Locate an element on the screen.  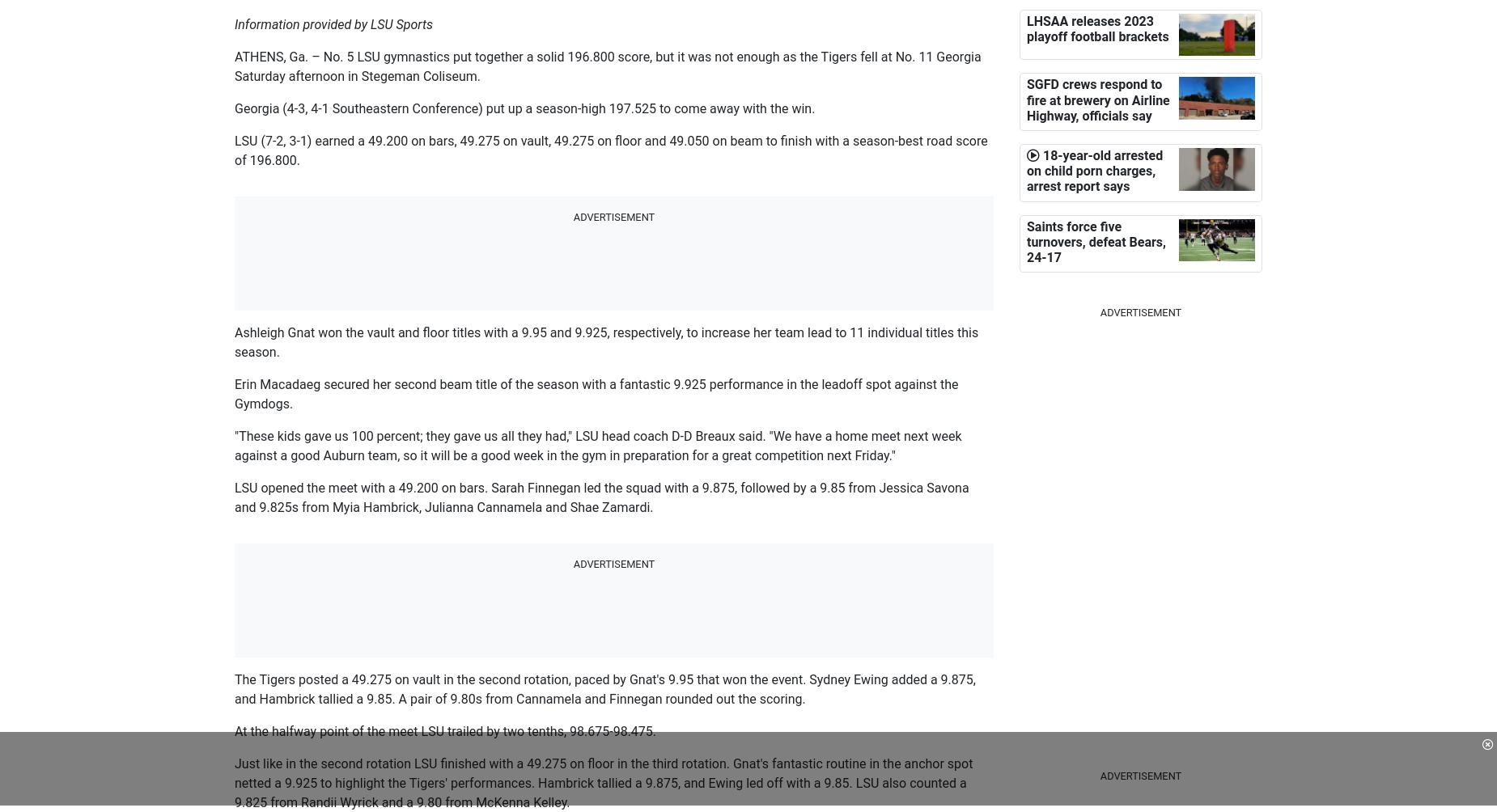
'Information provided by LSU Sports' is located at coordinates (333, 24).